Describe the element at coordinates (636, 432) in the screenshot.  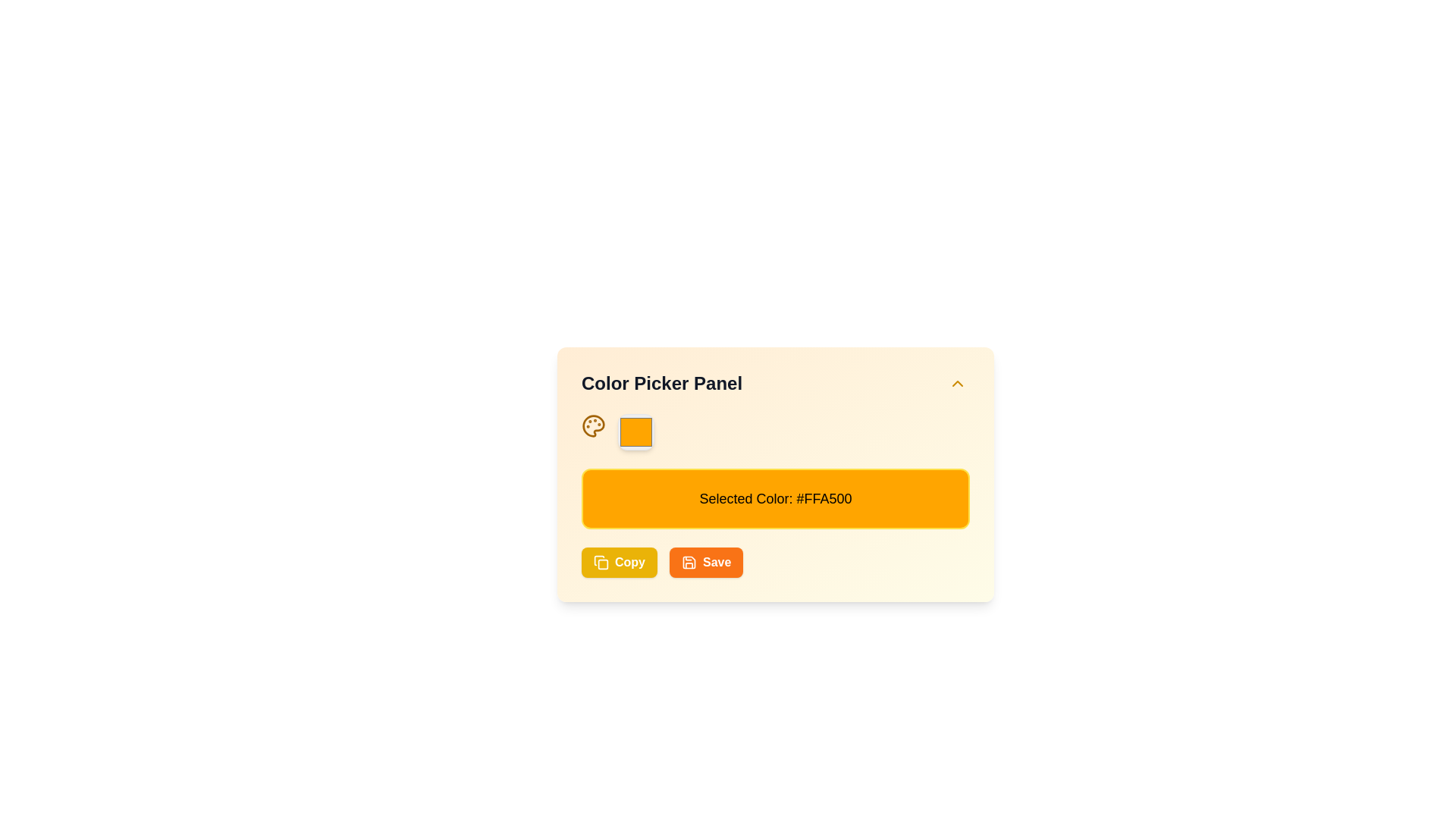
I see `the orange square color option with rounded corners in the Color Picker Panel` at that location.